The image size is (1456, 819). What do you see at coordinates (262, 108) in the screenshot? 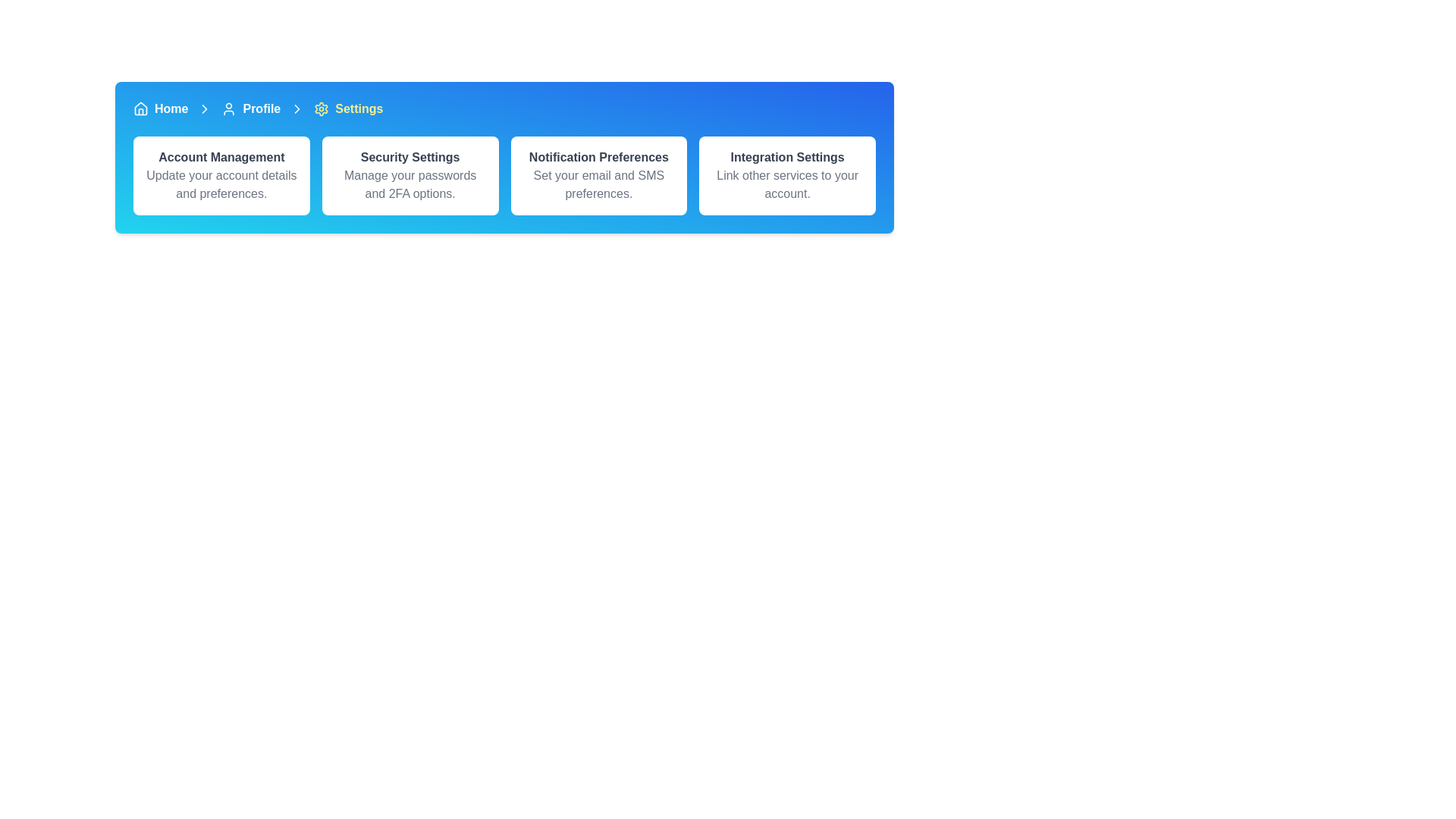
I see `the 'Profile' hyperlink in the breadcrumb navigation bar` at bounding box center [262, 108].